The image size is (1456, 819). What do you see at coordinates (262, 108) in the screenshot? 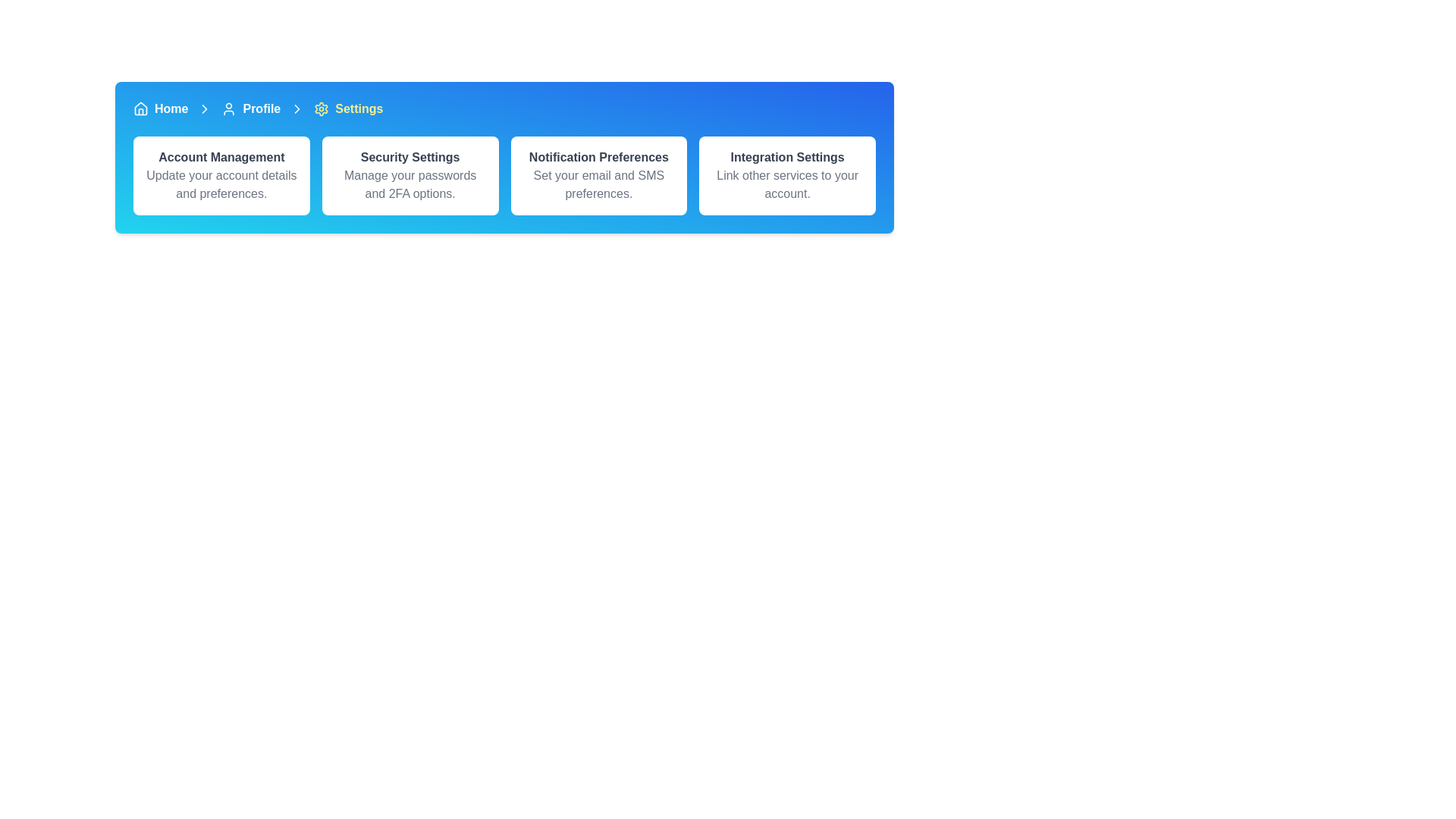
I see `the 'Profile' hyperlink in the breadcrumb navigation bar` at bounding box center [262, 108].